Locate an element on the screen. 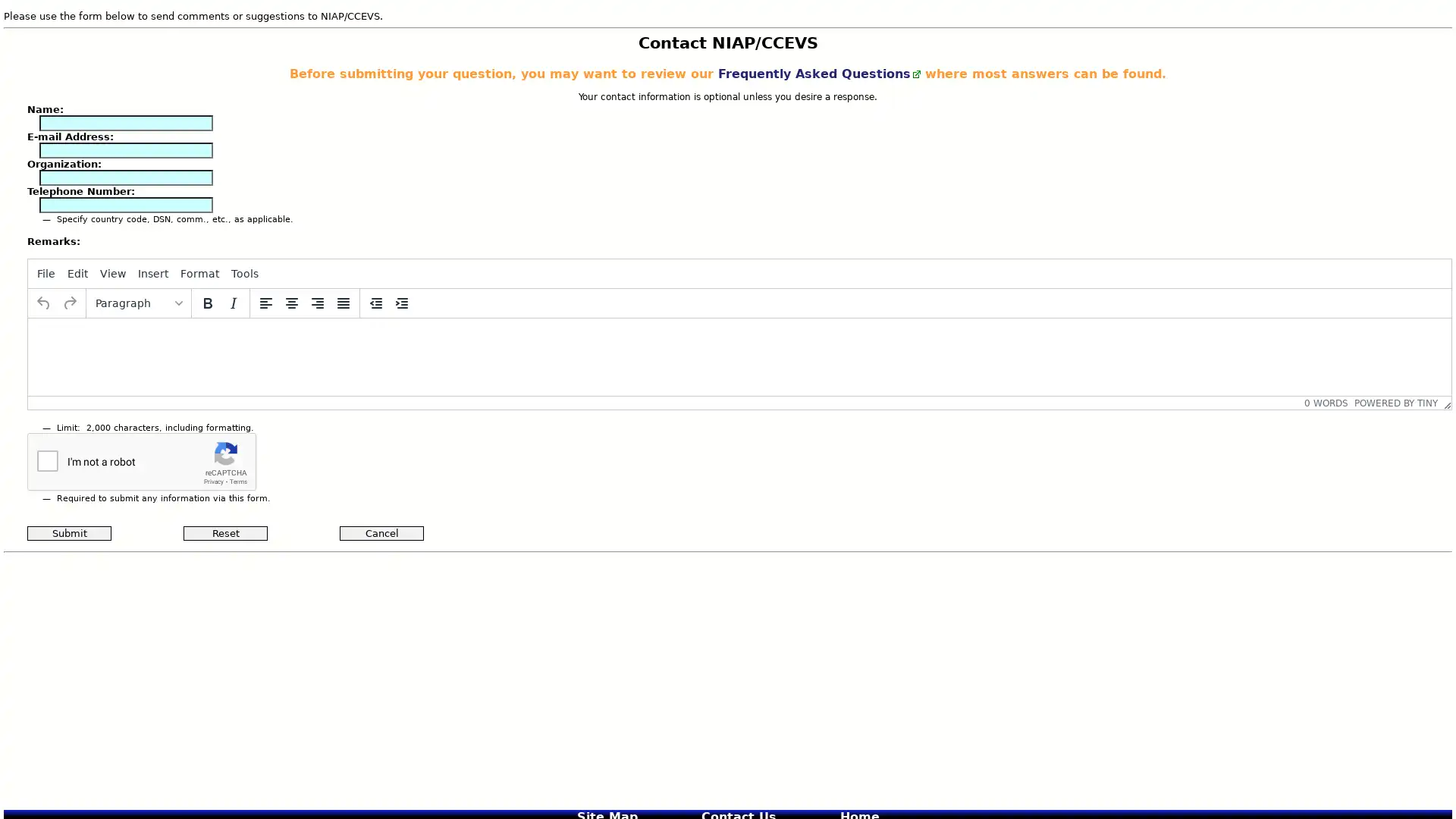 This screenshot has height=819, width=1456. Undo is located at coordinates (43, 303).